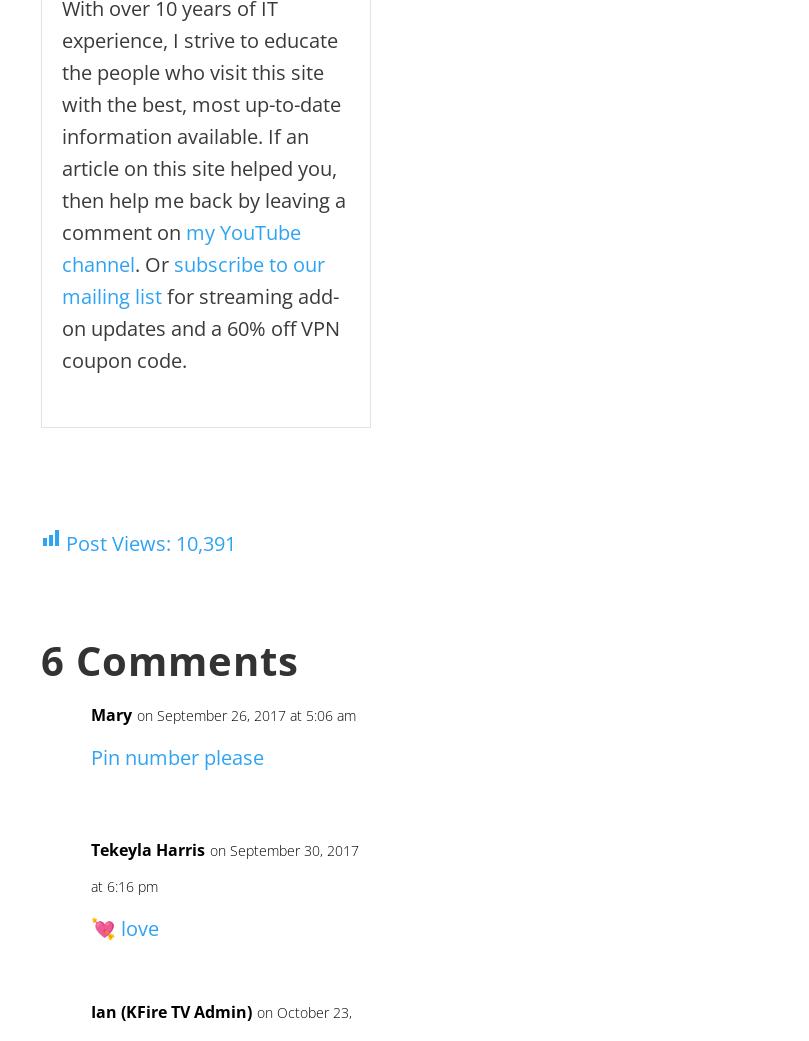 This screenshot has width=809, height=1041. What do you see at coordinates (135, 263) in the screenshot?
I see `'.  Or'` at bounding box center [135, 263].